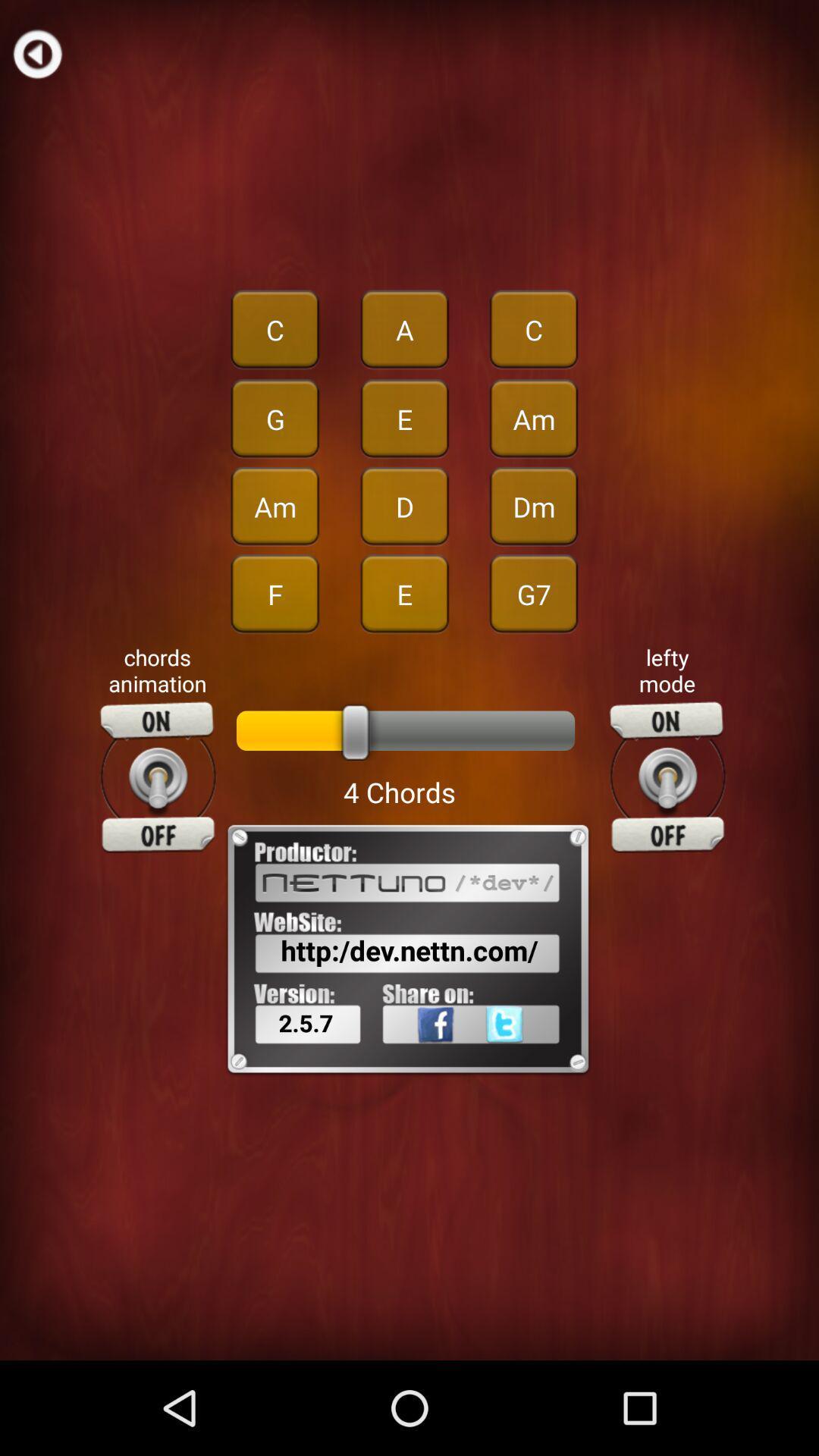 This screenshot has width=819, height=1456. Describe the element at coordinates (409, 949) in the screenshot. I see `http dev nettn item` at that location.